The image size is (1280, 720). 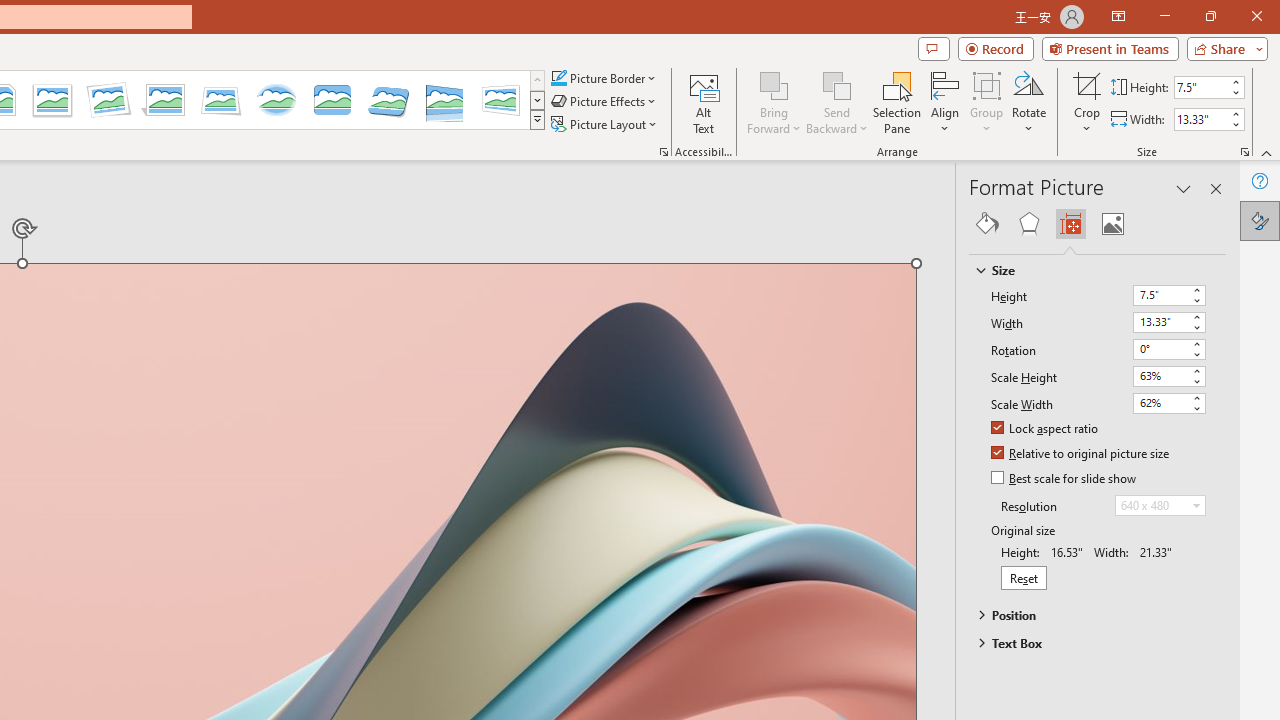 I want to click on 'Scale Width', so click(x=1160, y=402).